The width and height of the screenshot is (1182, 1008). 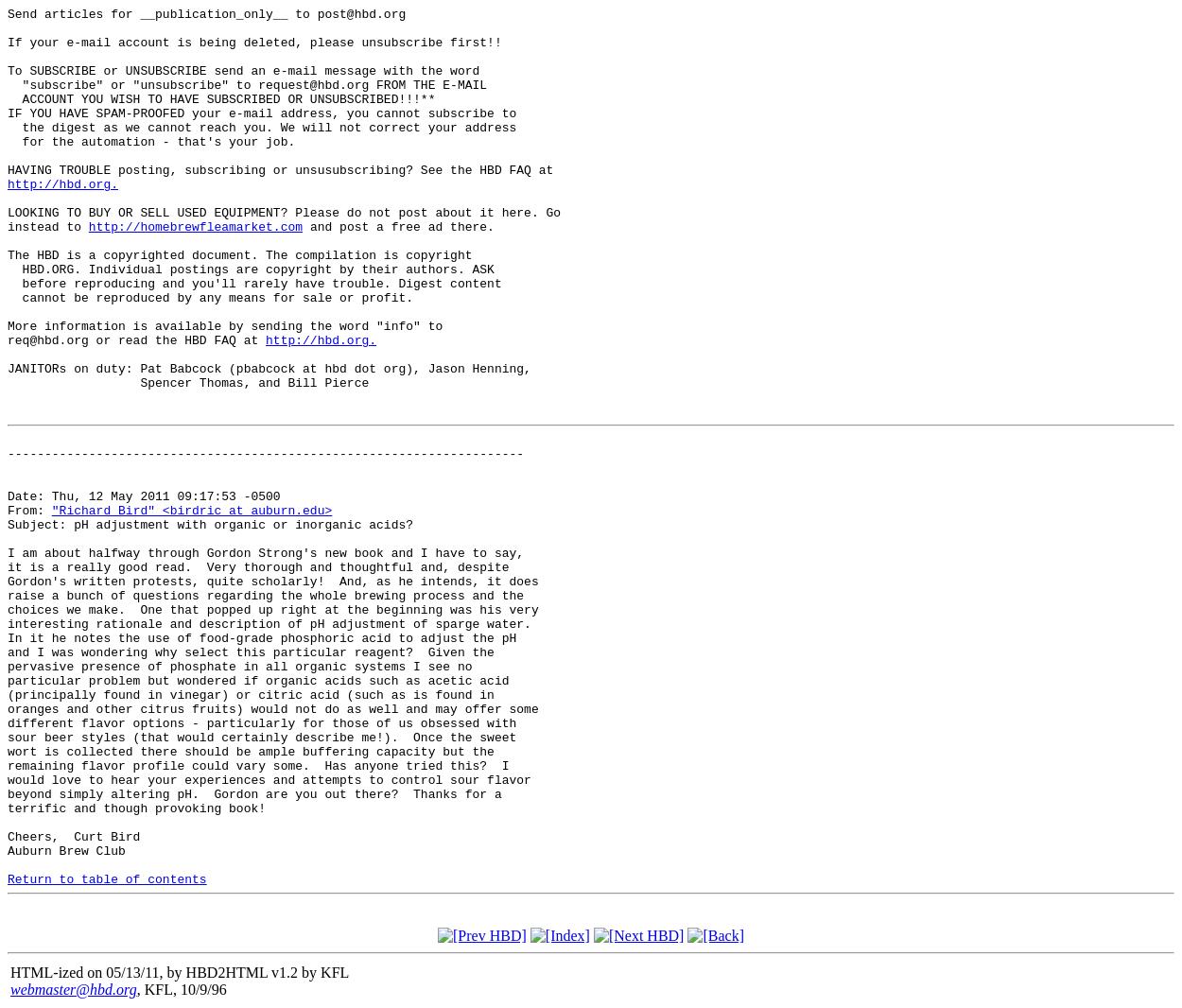 I want to click on 'HTML-ized on 05/13/11, by HBD2HTML v1.2 by KFL', so click(x=179, y=971).